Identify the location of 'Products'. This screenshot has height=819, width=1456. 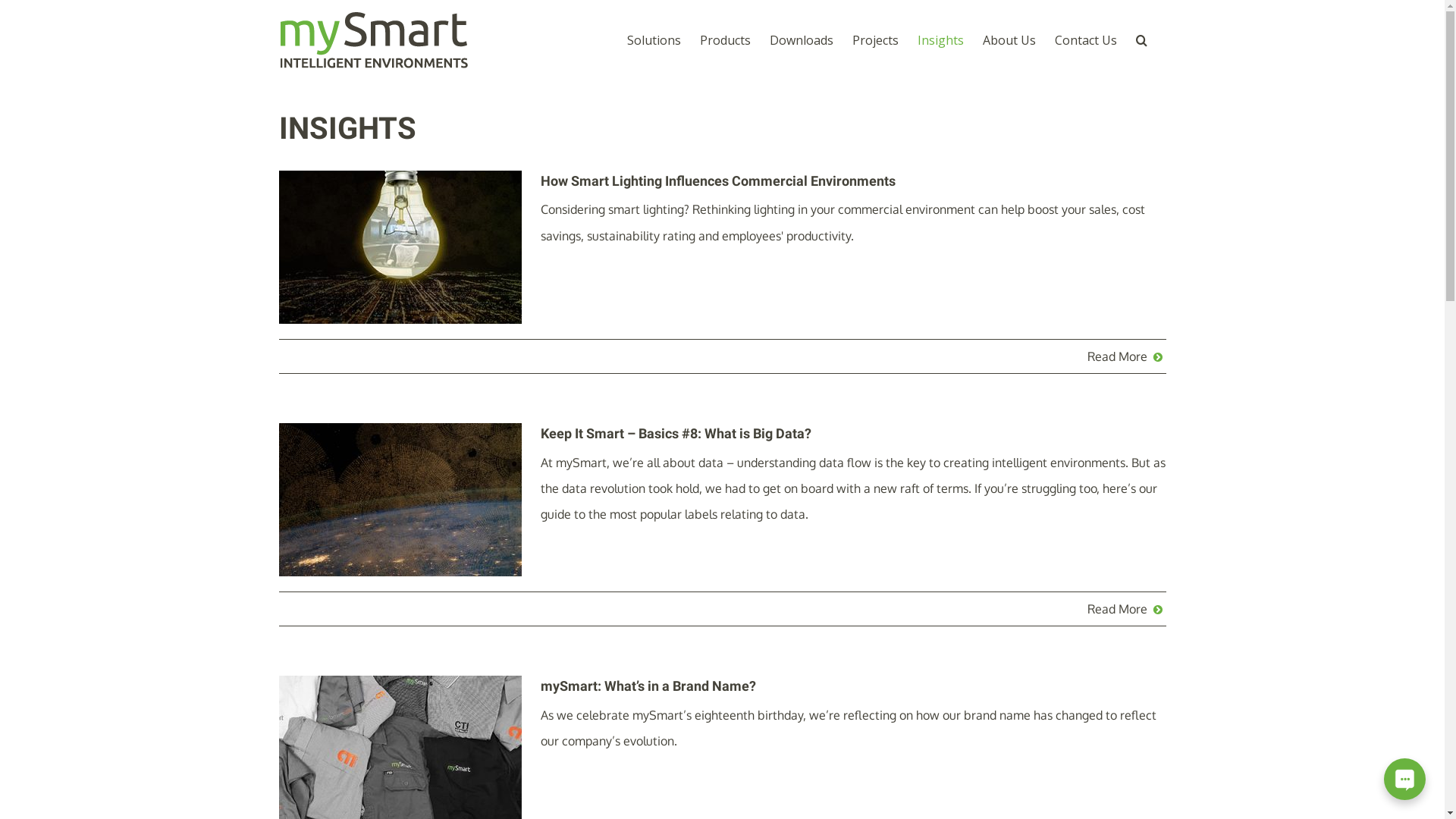
(723, 39).